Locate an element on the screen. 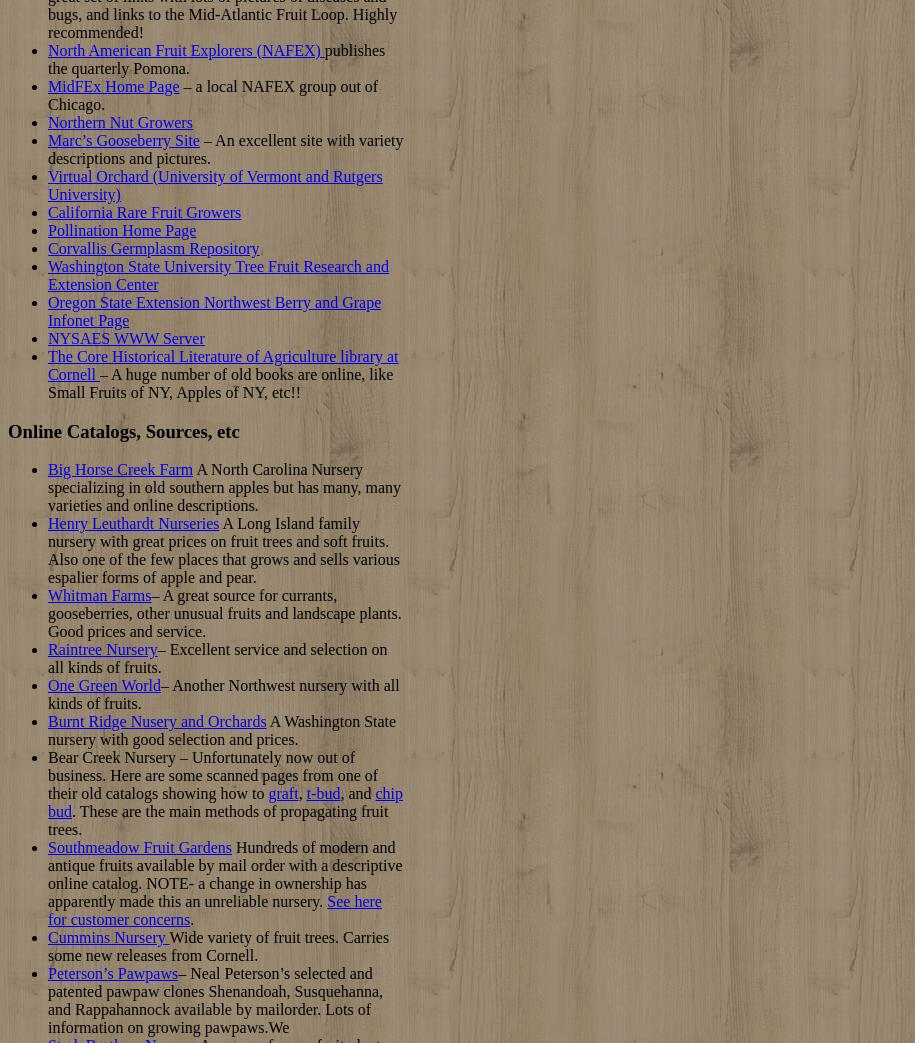 Image resolution: width=915 pixels, height=1043 pixels. '.' is located at coordinates (190, 918).